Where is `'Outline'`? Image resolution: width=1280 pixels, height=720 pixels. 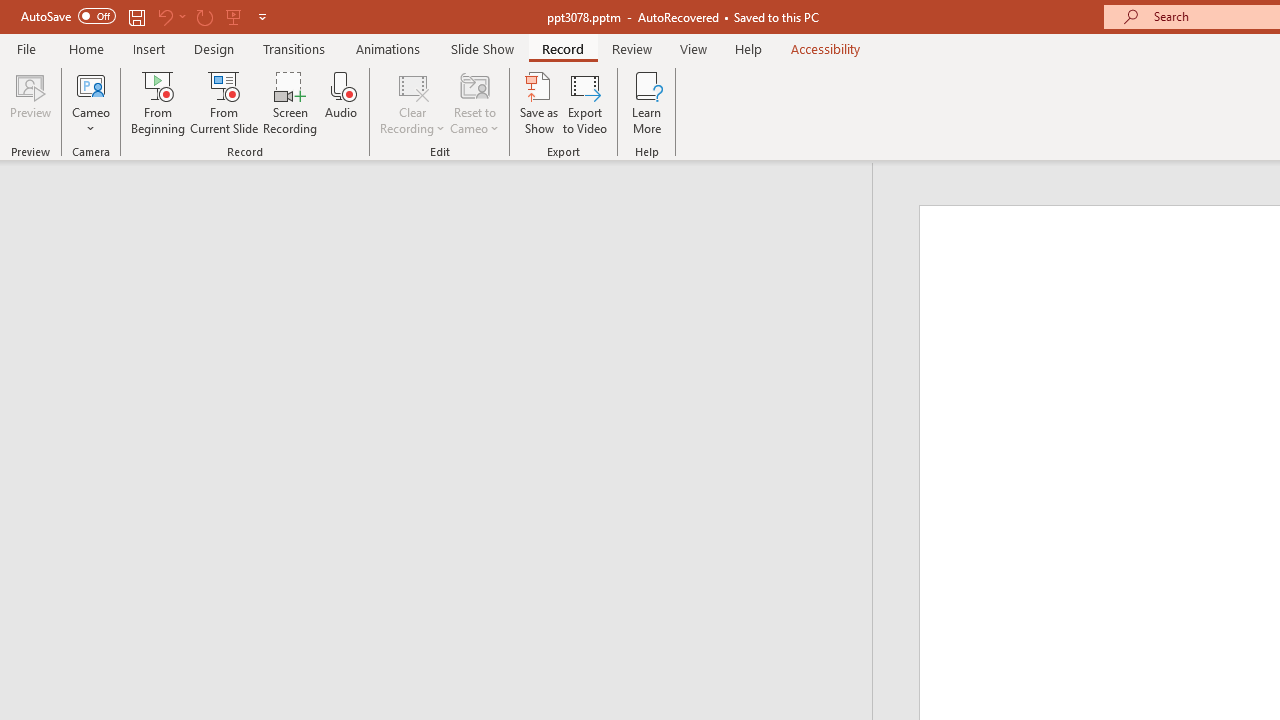
'Outline' is located at coordinates (444, 202).